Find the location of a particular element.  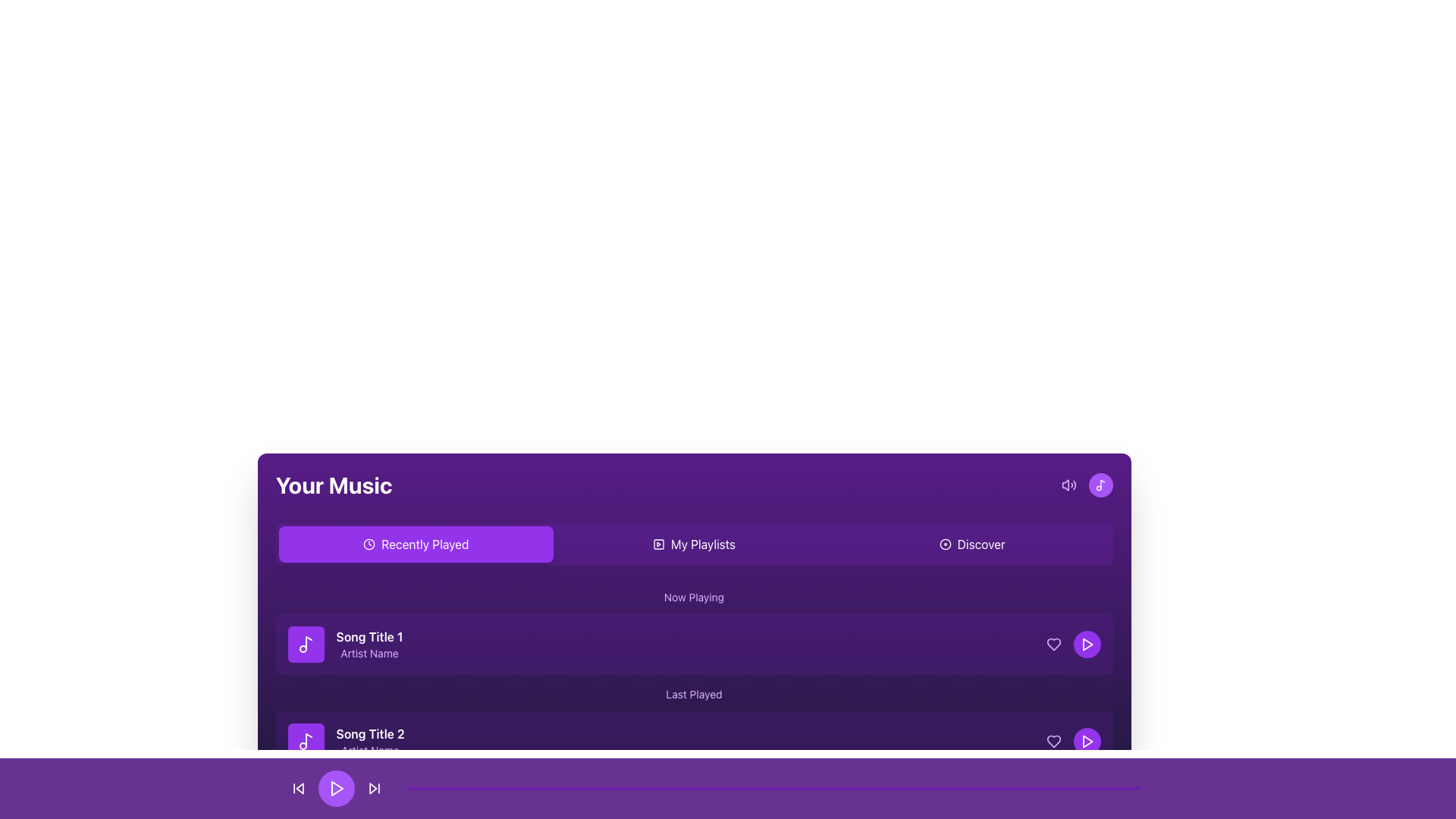

the List Item representing 'Song Title 2' by 'Artist Name' is located at coordinates (345, 741).